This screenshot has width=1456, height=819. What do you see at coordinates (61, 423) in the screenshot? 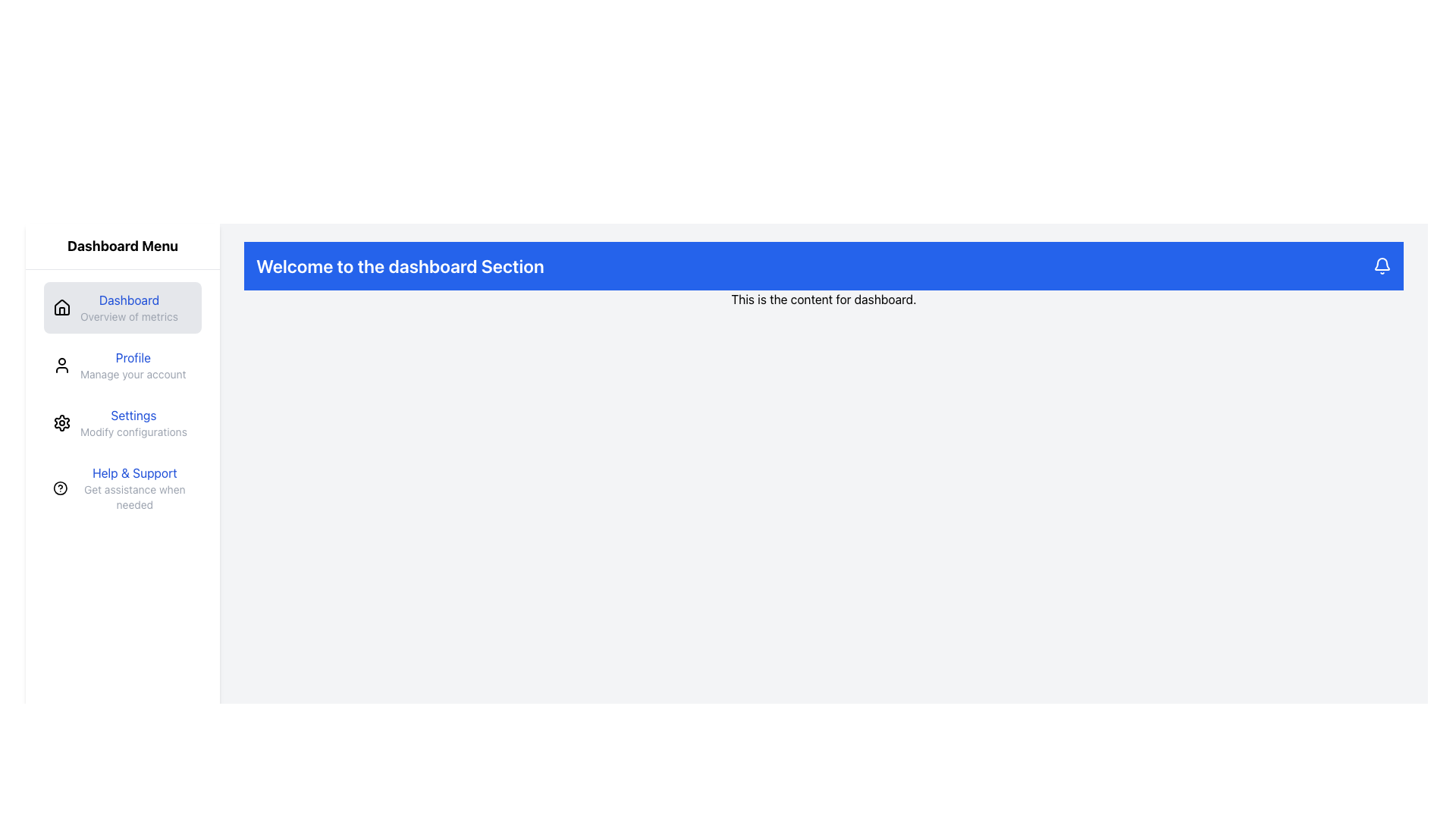
I see `the 'Settings' icon located to the left of the 'Settings Modify configurations' text in the vertical menu` at bounding box center [61, 423].